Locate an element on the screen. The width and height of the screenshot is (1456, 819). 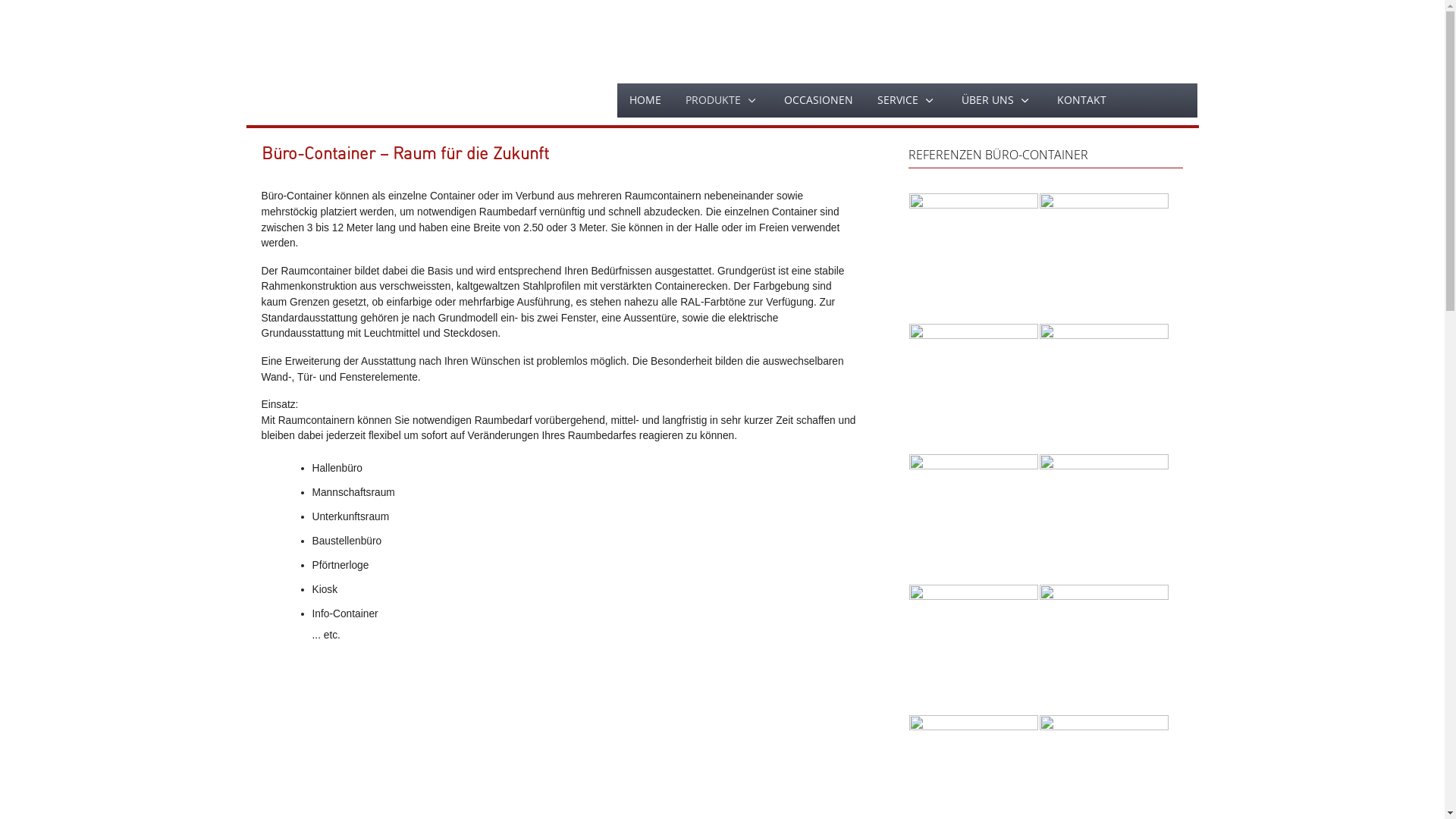
'Suchen' is located at coordinates (1117, 100).